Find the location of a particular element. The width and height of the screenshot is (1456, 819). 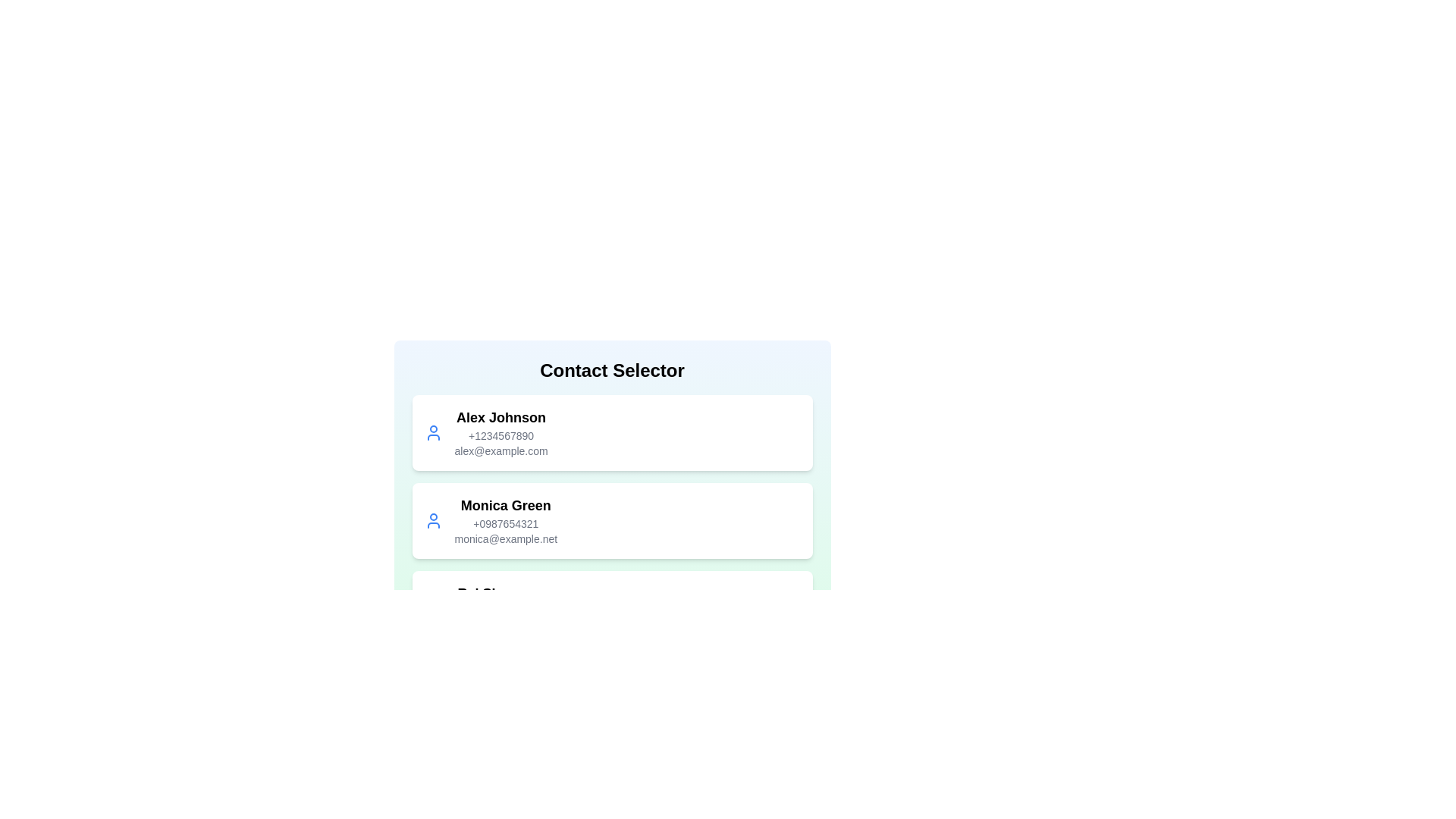

the contact Monica Green from the list is located at coordinates (612, 519).